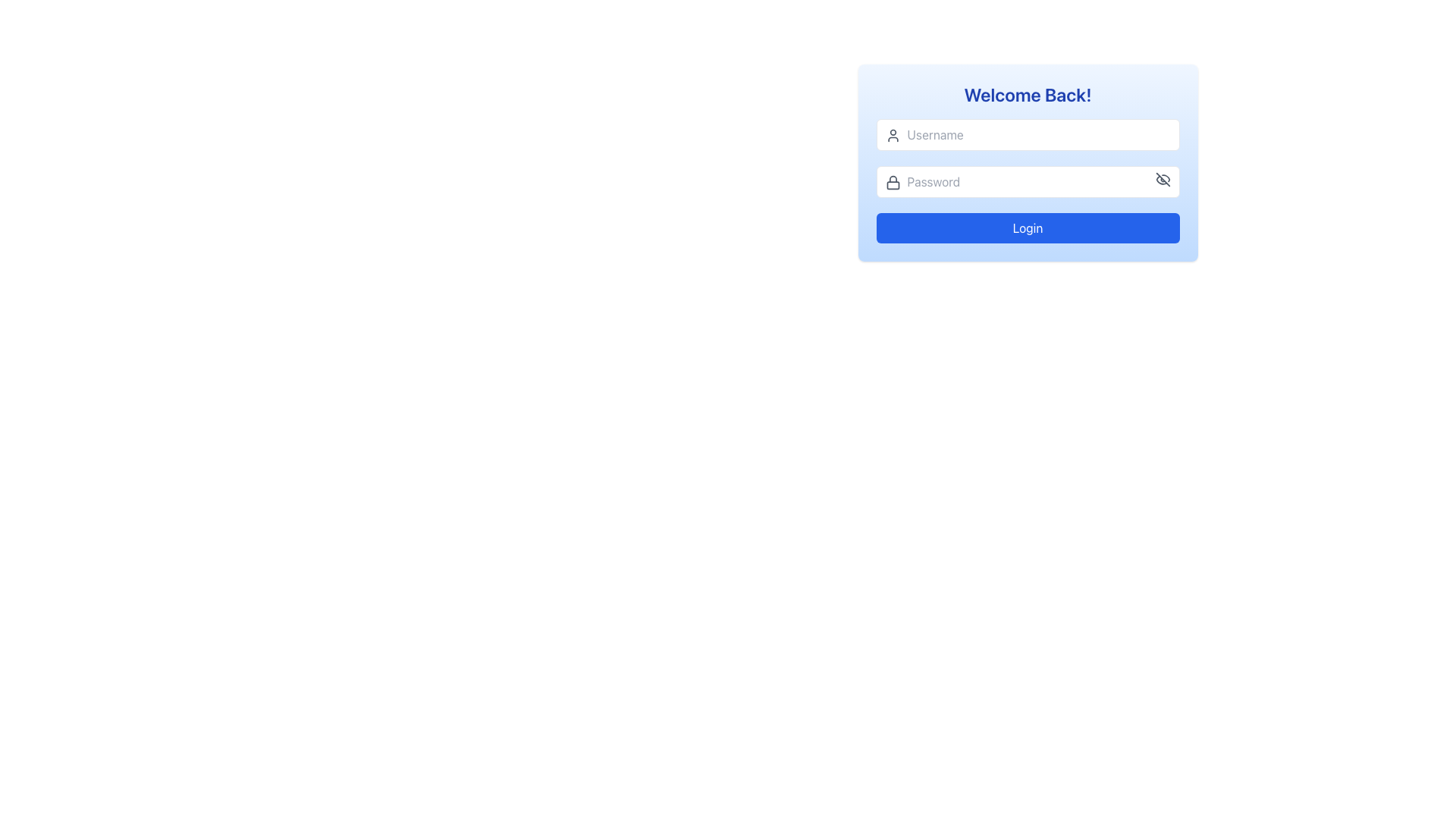 The width and height of the screenshot is (1456, 819). What do you see at coordinates (893, 181) in the screenshot?
I see `the small lock icon, which is a simplistic padlock design in dark gray strokes, located to the immediate left of the password input field on the login form` at bounding box center [893, 181].